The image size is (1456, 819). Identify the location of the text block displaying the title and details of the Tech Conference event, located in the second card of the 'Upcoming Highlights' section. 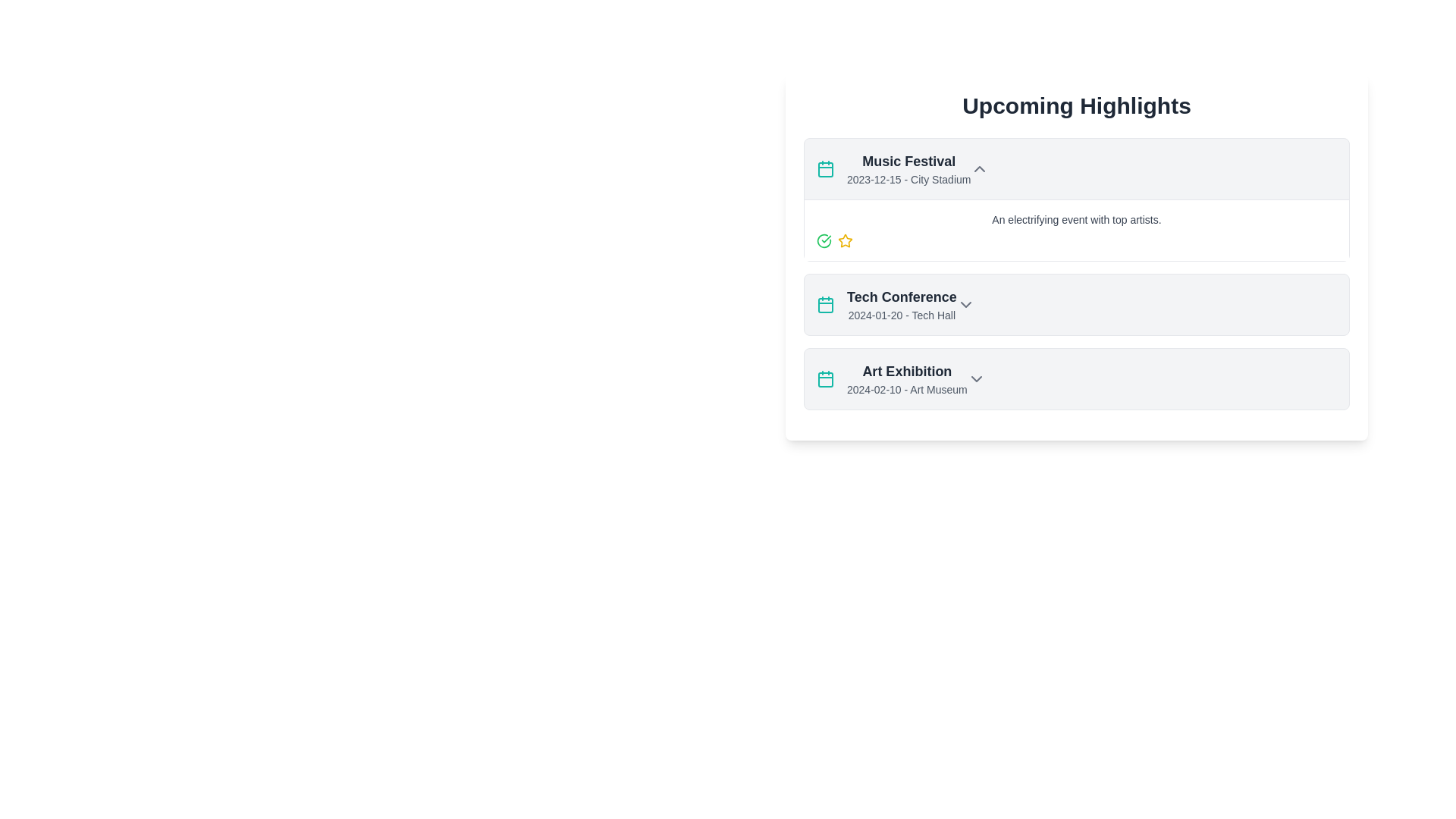
(902, 304).